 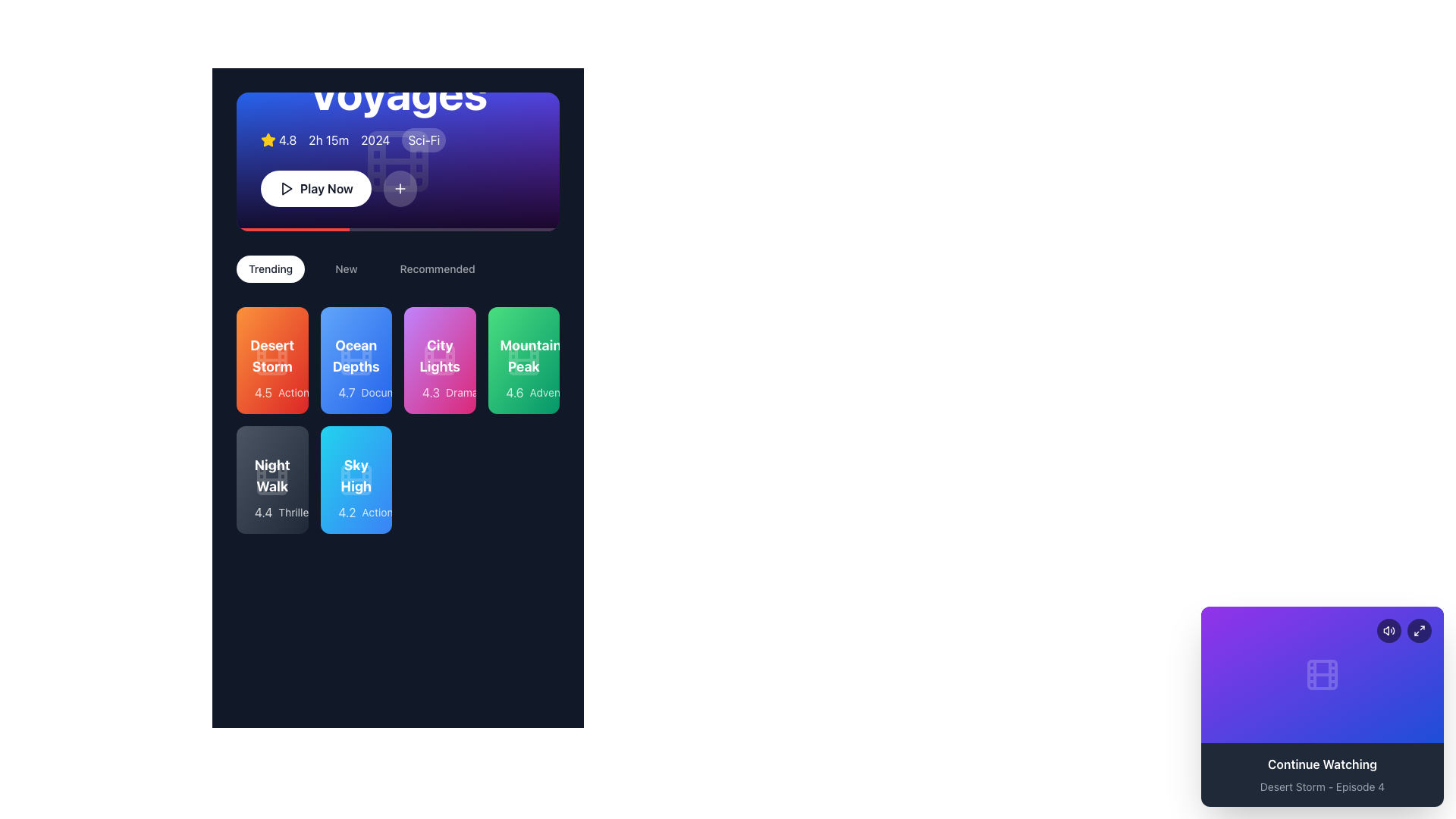 What do you see at coordinates (272, 360) in the screenshot?
I see `the decorative SVG shape (rect element) within the film reel icon located at the center of the first card titled 'Desert Storm' in the grid` at bounding box center [272, 360].